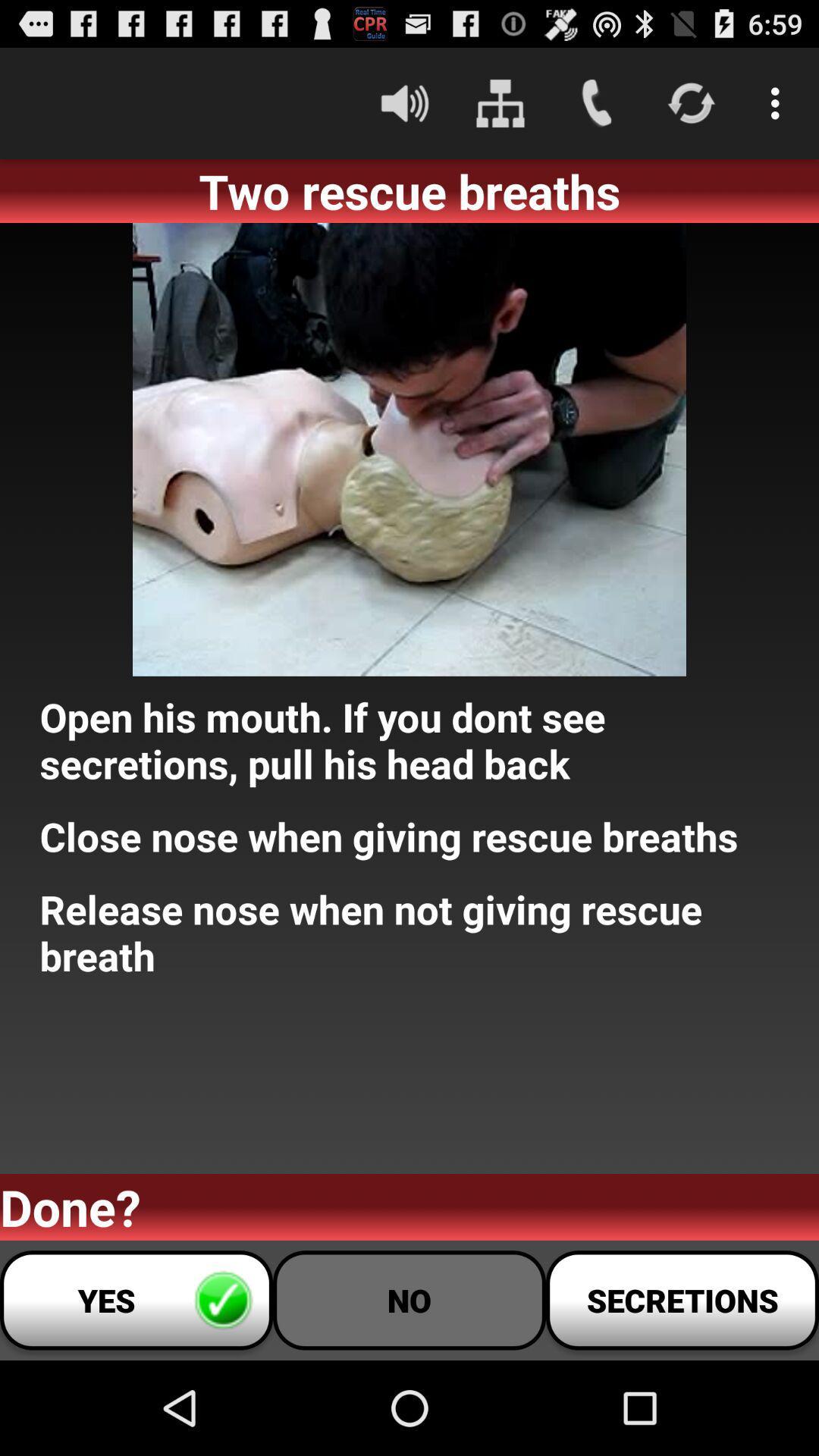  Describe the element at coordinates (136, 1299) in the screenshot. I see `app below the done? icon` at that location.